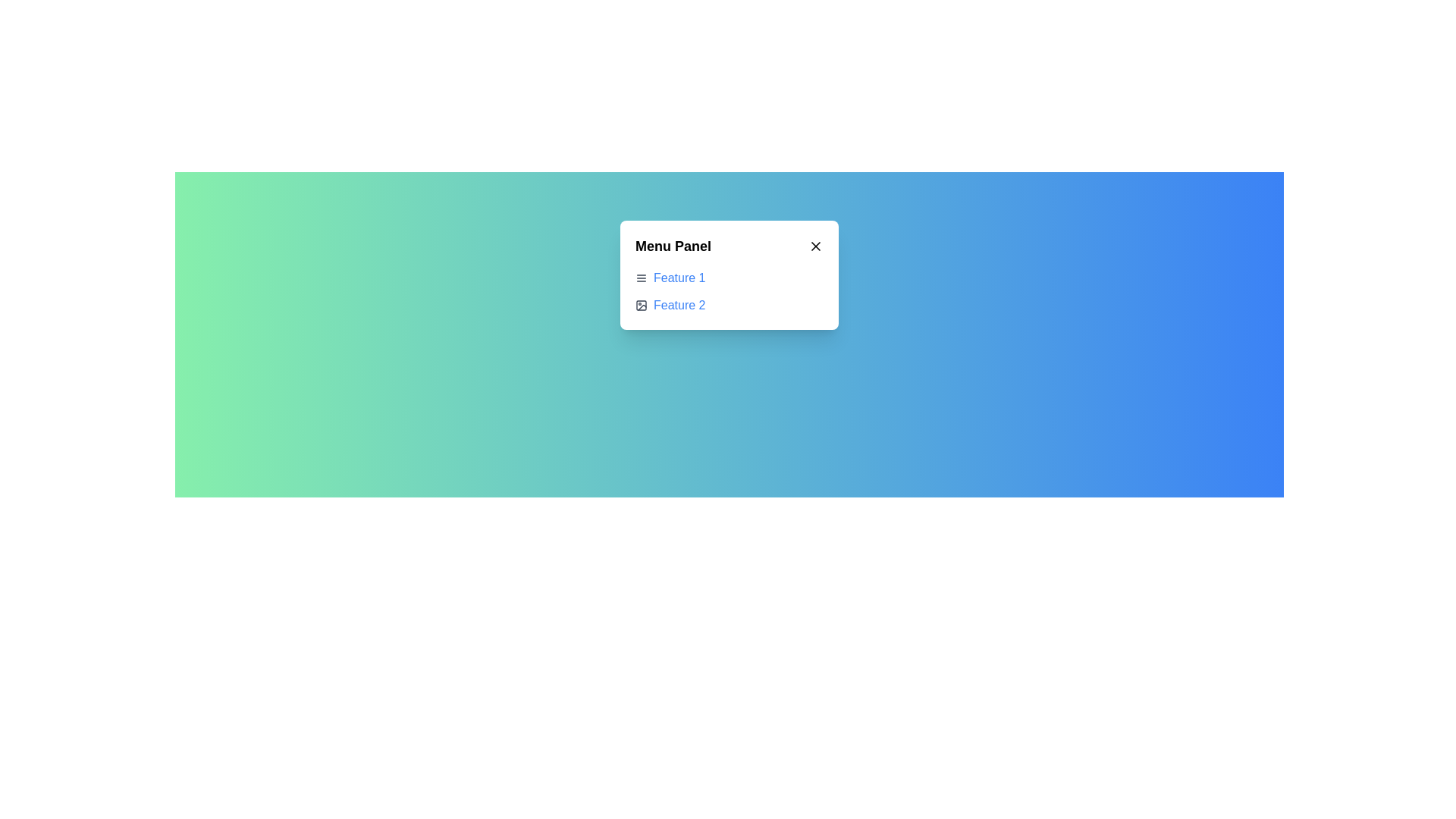 This screenshot has width=1456, height=819. Describe the element at coordinates (814, 245) in the screenshot. I see `the second arm of the 'X' shape` at that location.